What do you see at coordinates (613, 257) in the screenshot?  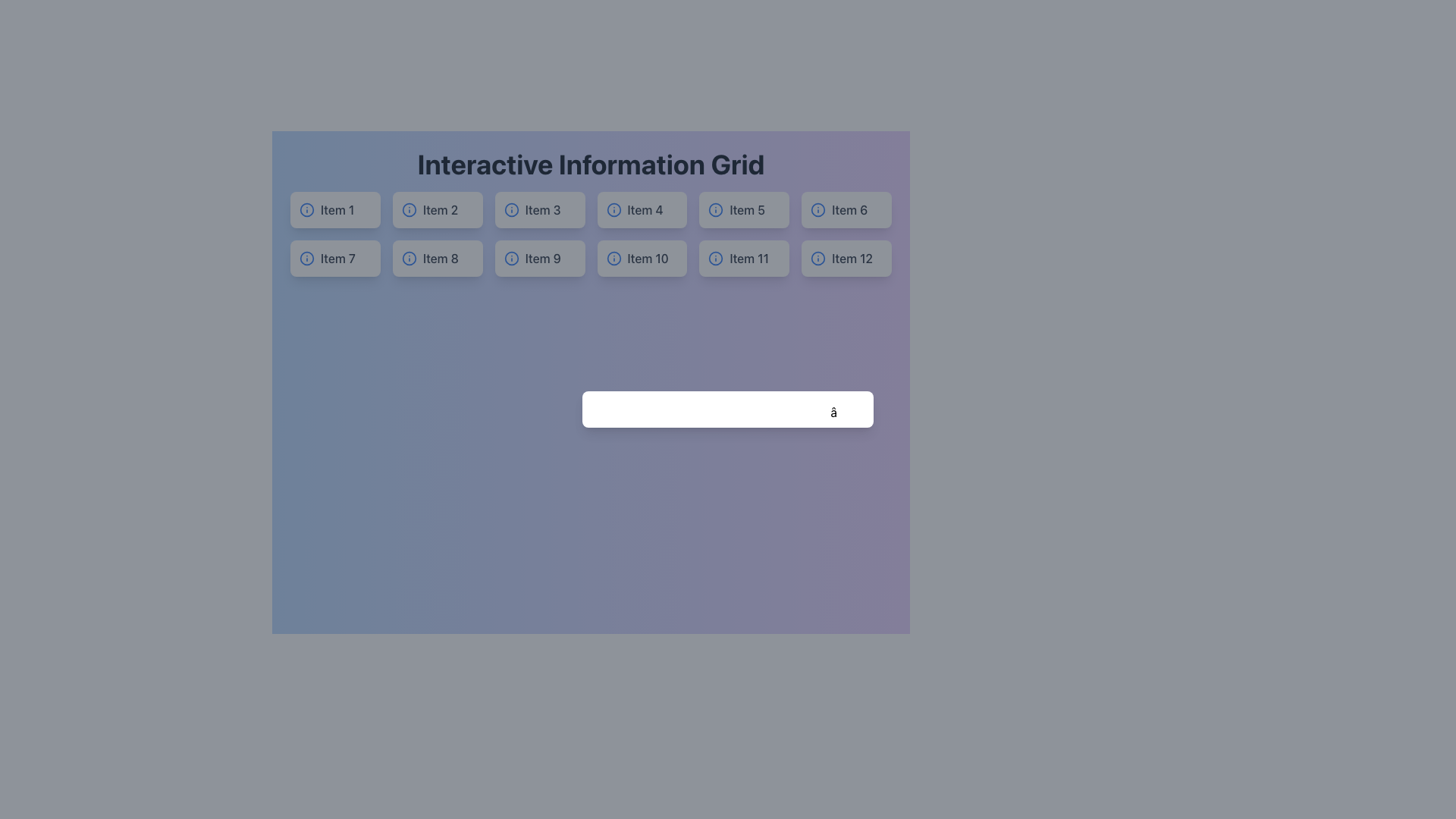 I see `the blue filled circular component of the information icon within the 'Item 10' button, located at the center of the icon` at bounding box center [613, 257].